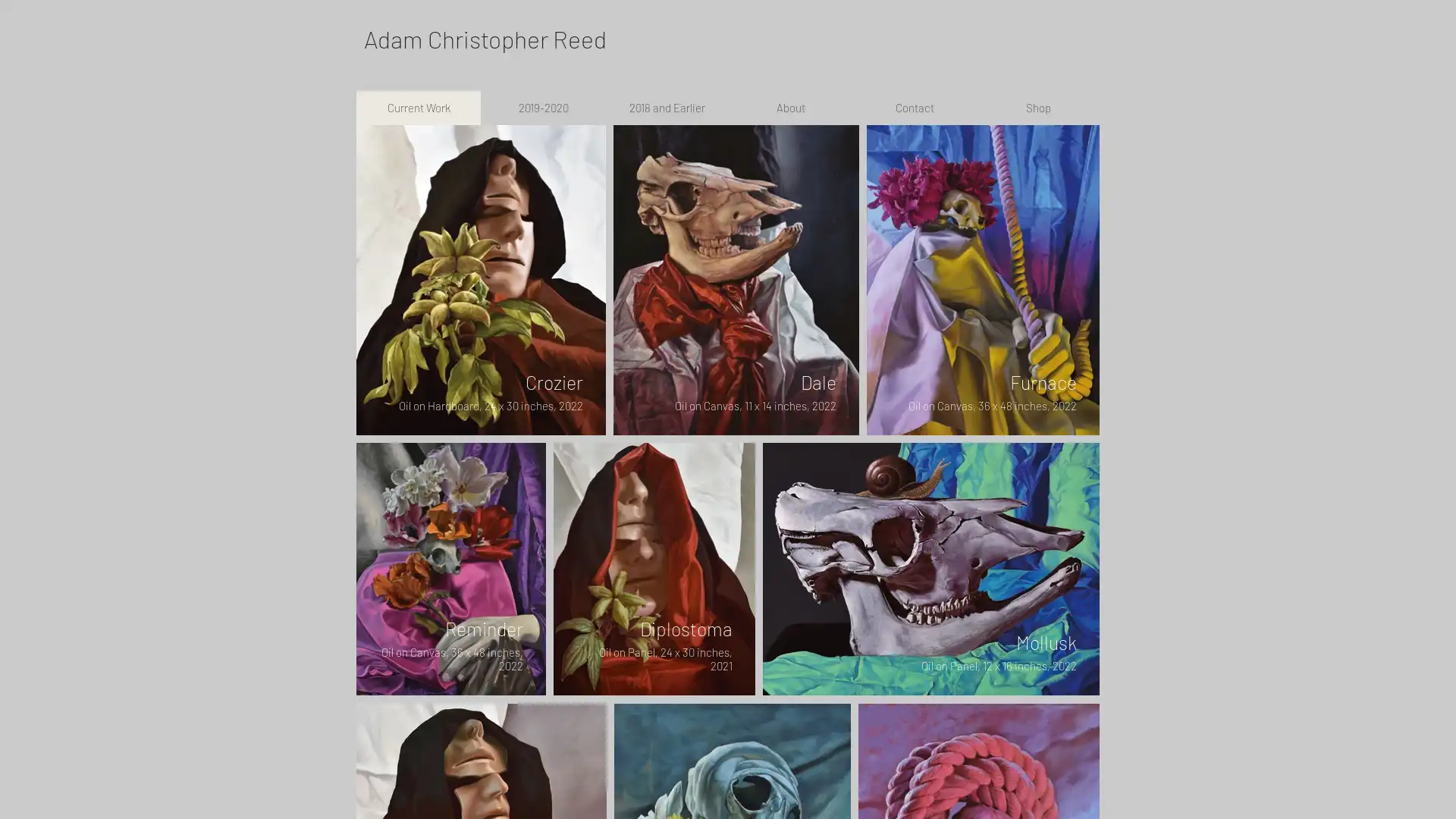 This screenshot has width=1456, height=819. I want to click on 202201002---Furnace.jpg, so click(983, 280).